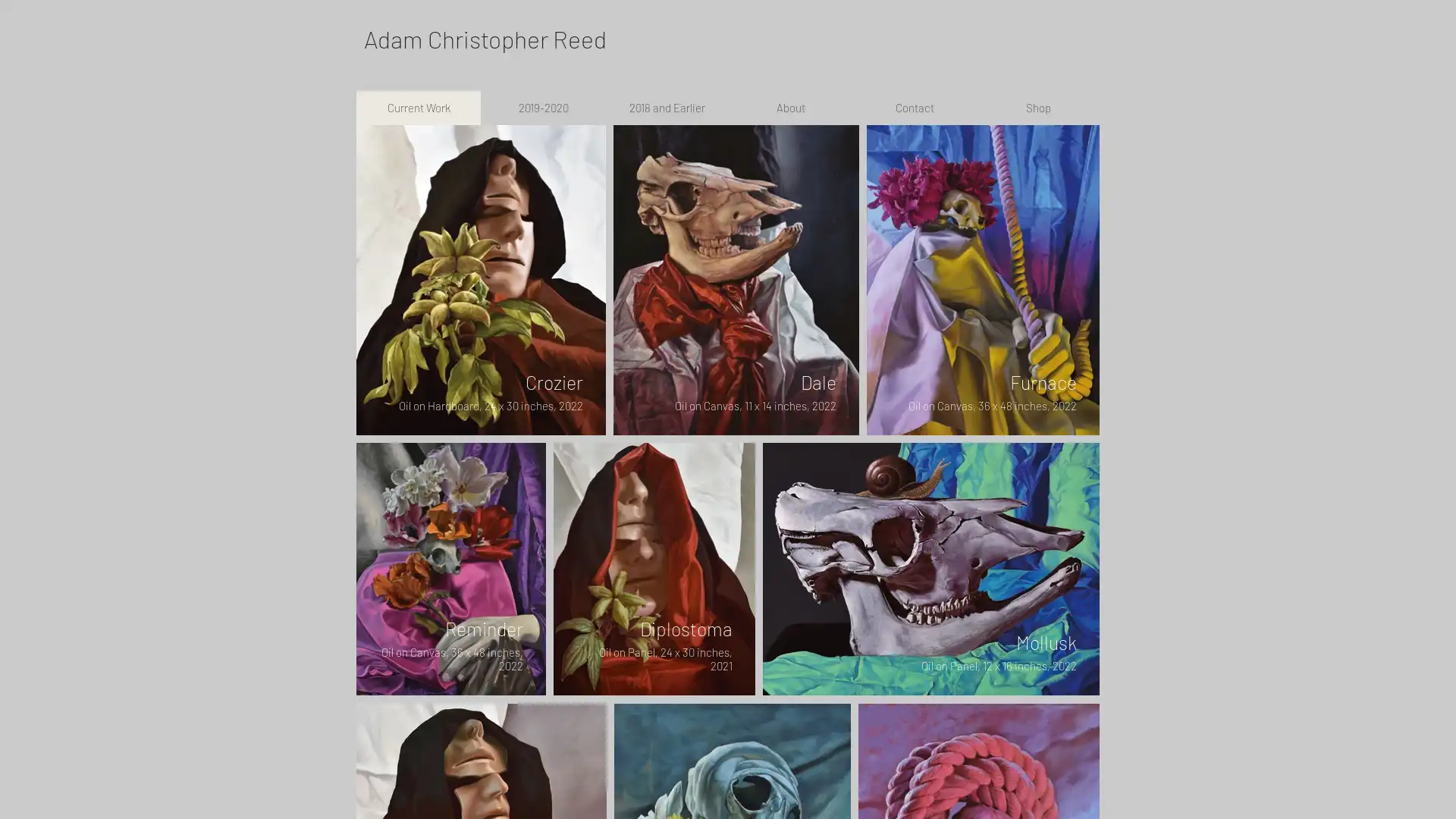 This screenshot has width=1456, height=819. I want to click on 202201002---Furnace.jpg, so click(983, 280).